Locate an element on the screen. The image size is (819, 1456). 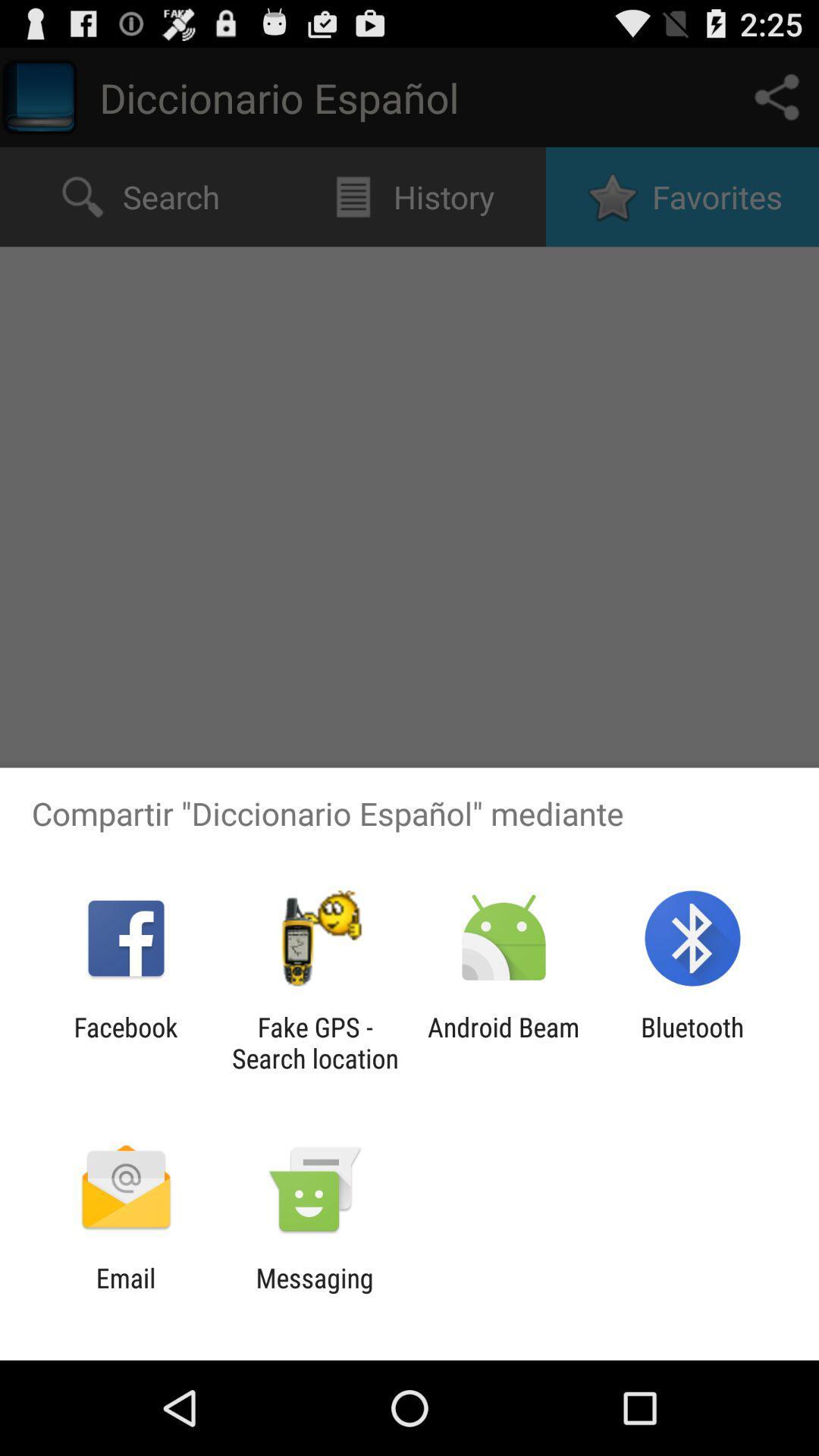
the email app is located at coordinates (125, 1293).